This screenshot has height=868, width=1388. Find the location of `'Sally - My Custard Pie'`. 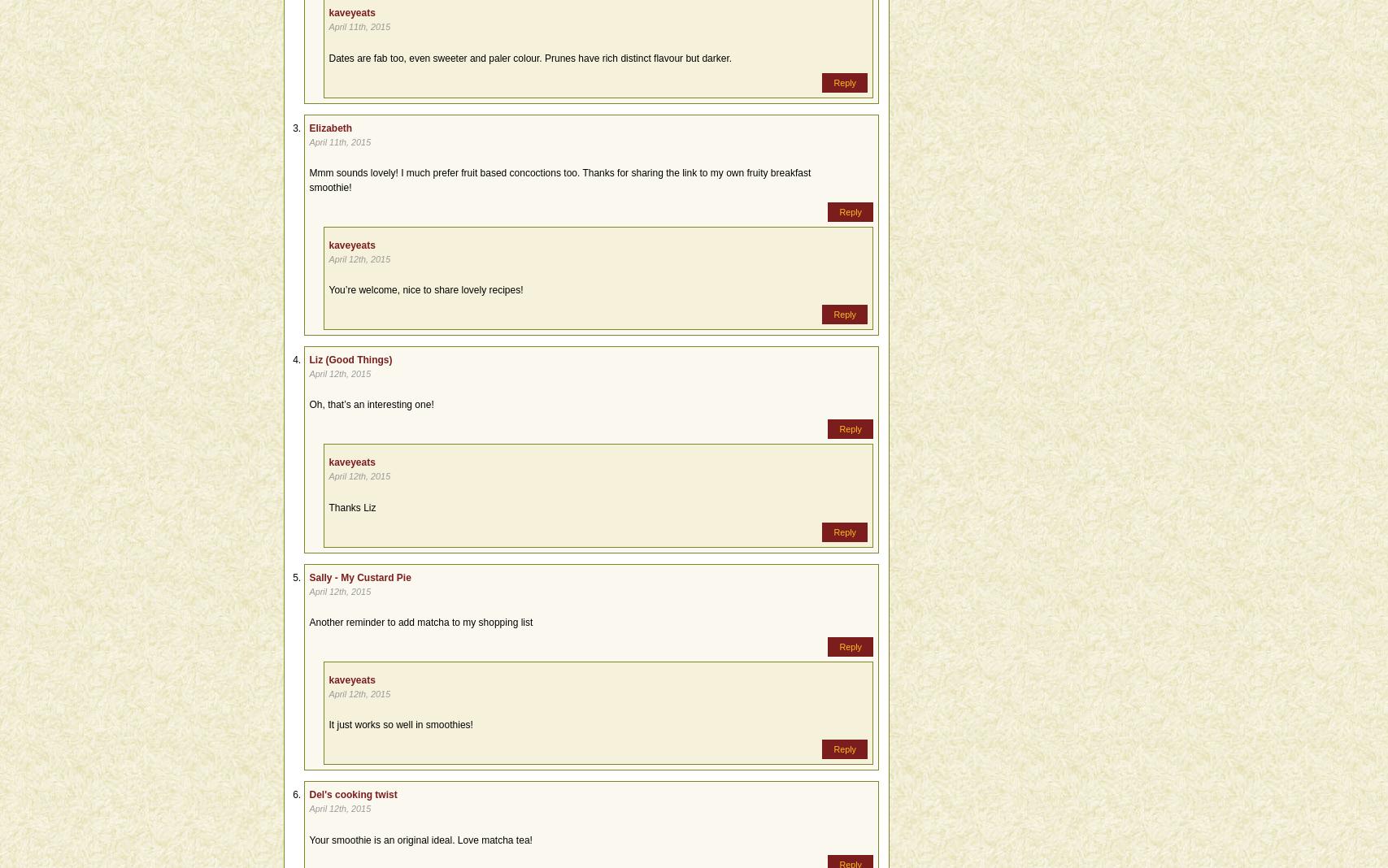

'Sally - My Custard Pie' is located at coordinates (359, 577).